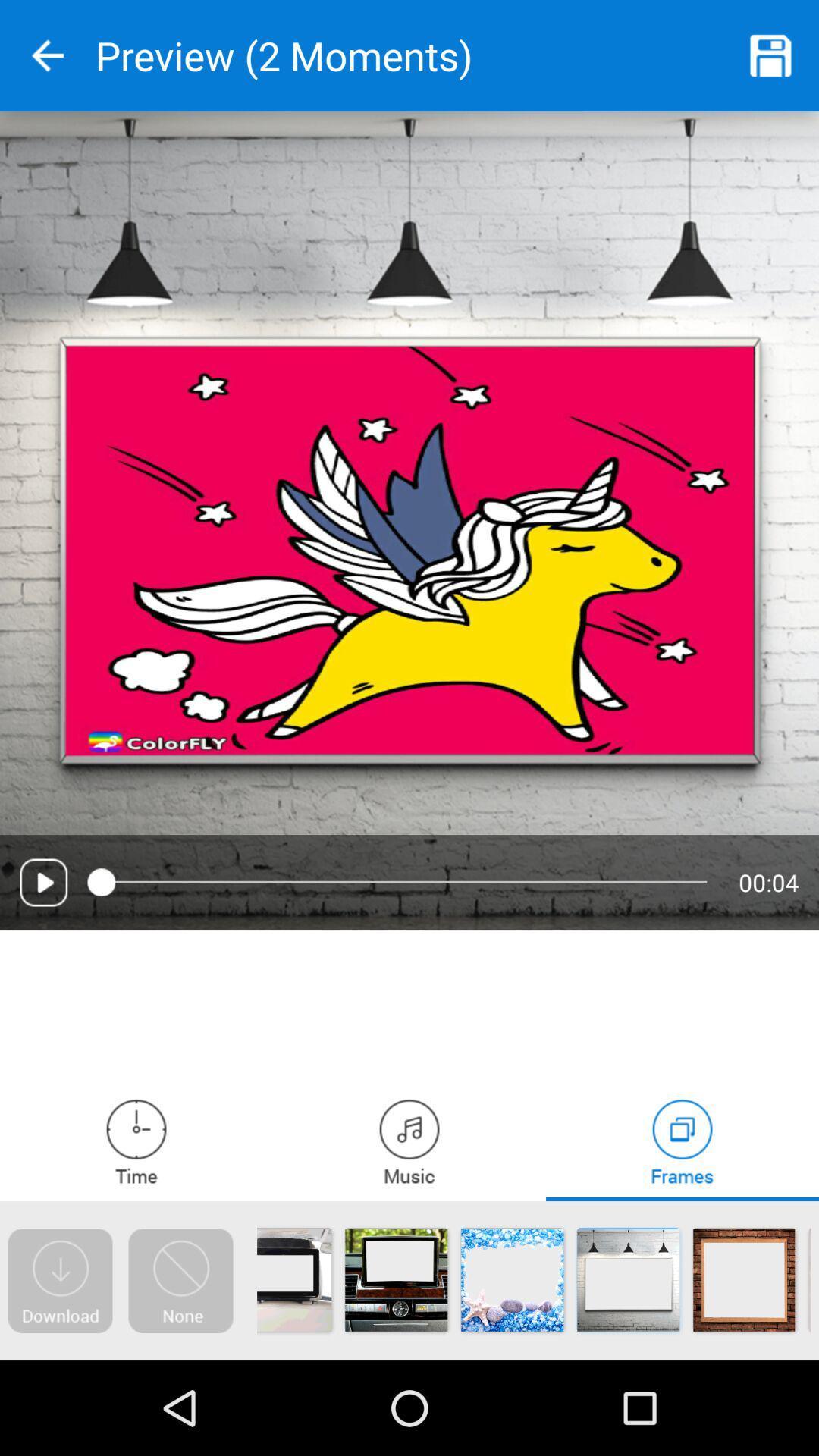 The image size is (819, 1456). Describe the element at coordinates (409, 1141) in the screenshot. I see `the music` at that location.